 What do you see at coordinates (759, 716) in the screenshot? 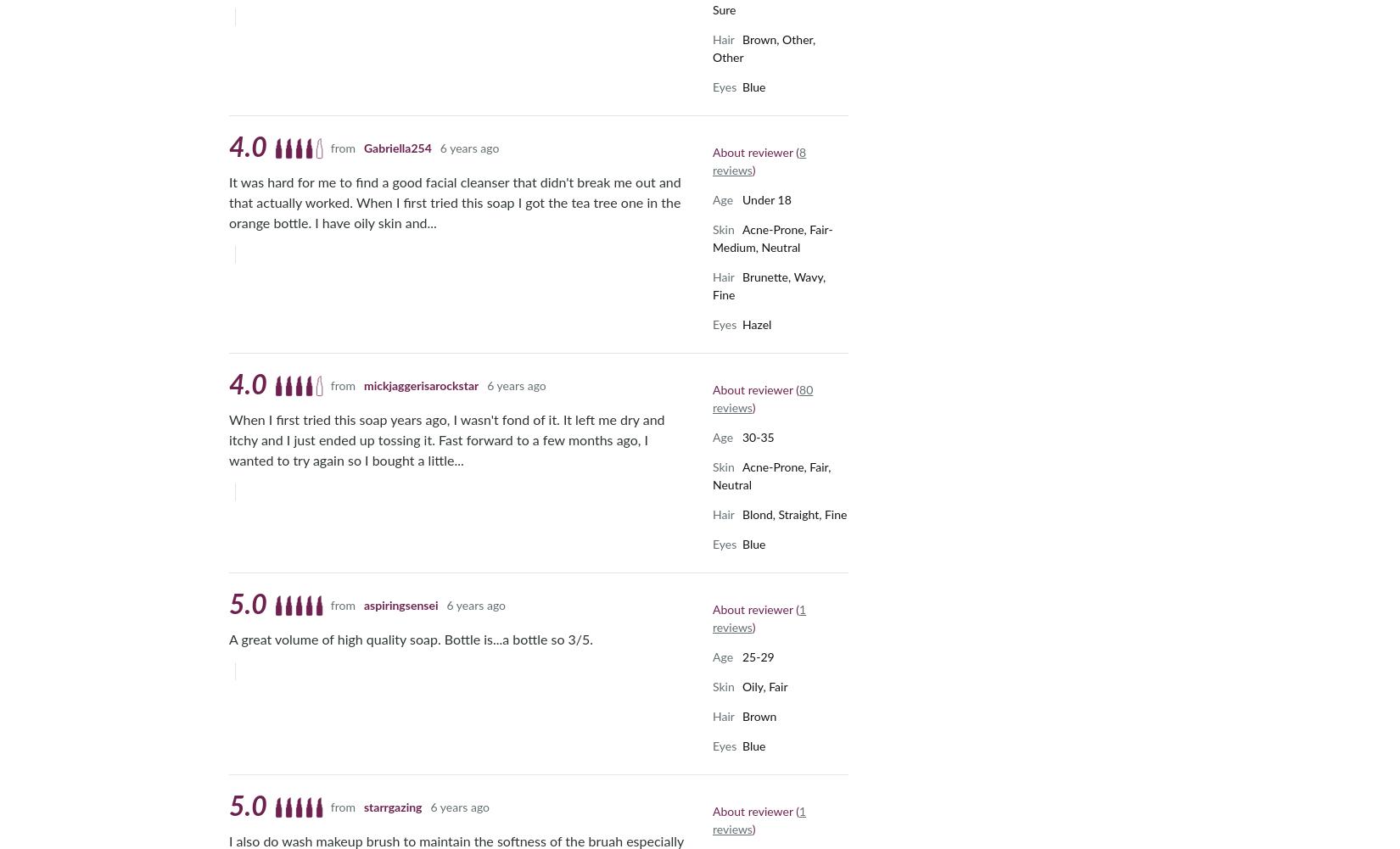
I see `'Brown'` at bounding box center [759, 716].